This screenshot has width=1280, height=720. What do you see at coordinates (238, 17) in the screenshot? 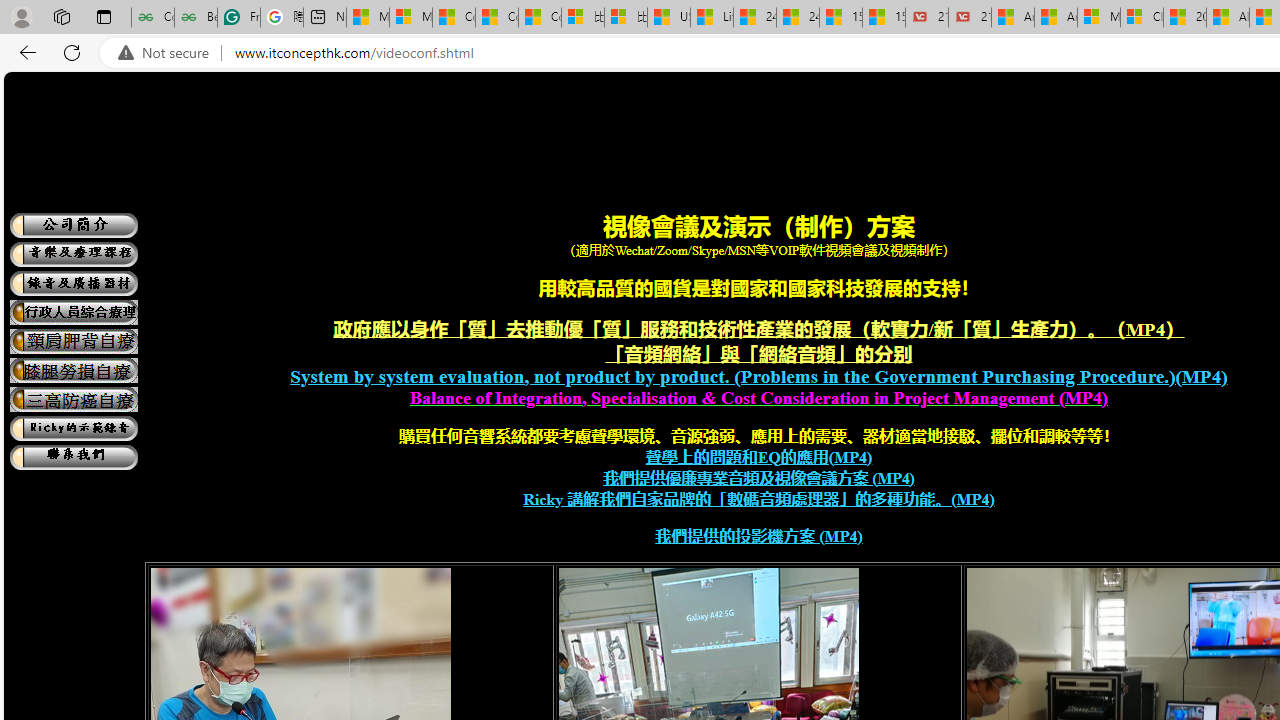
I see `'Free AI Writing Assistance for Students | Grammarly'` at bounding box center [238, 17].